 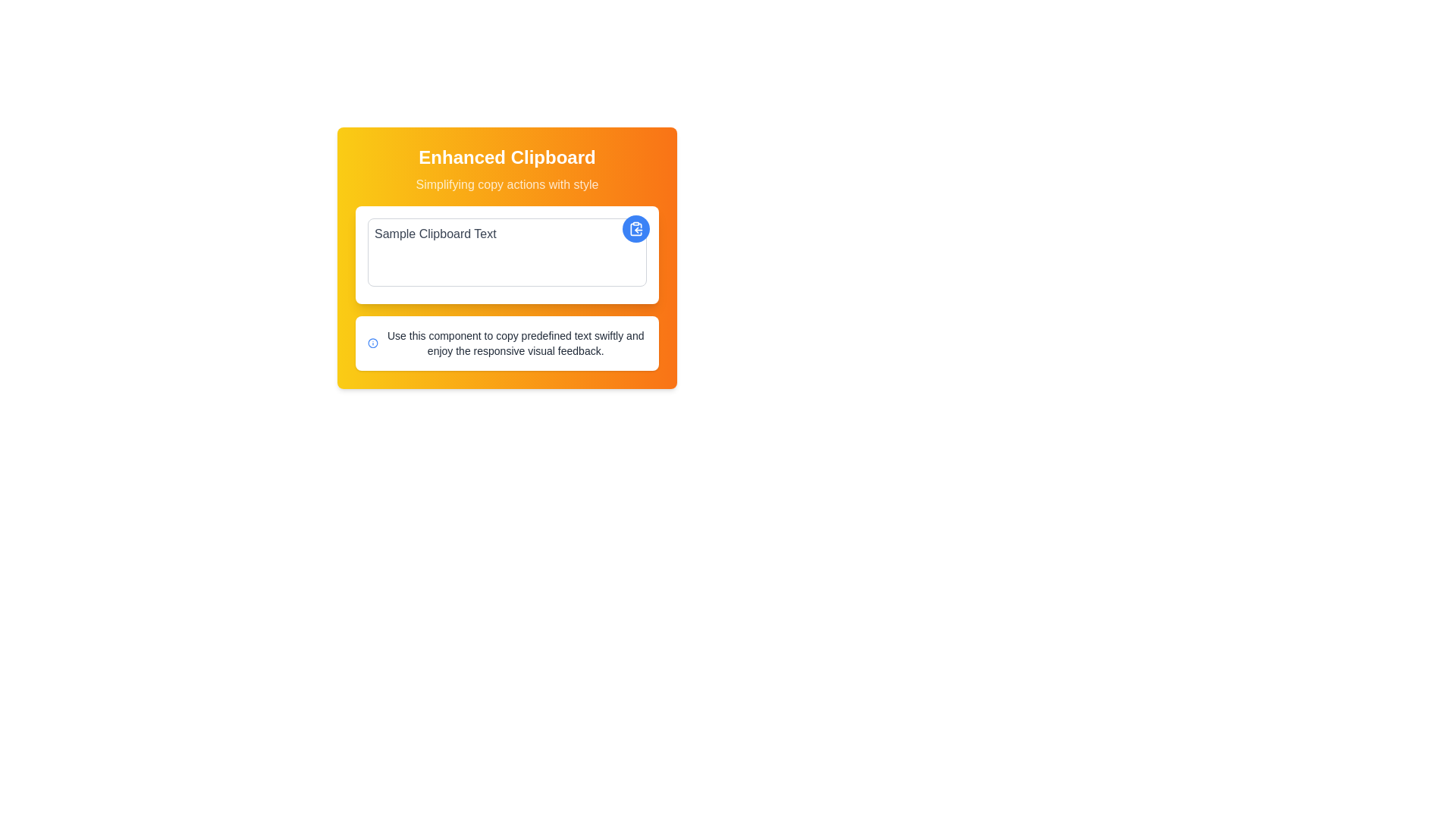 What do you see at coordinates (636, 228) in the screenshot?
I see `the circular blue button with a white clipboard icon located at the top-right corner of the clipboard text input box to trigger a tooltip or visual feedback` at bounding box center [636, 228].